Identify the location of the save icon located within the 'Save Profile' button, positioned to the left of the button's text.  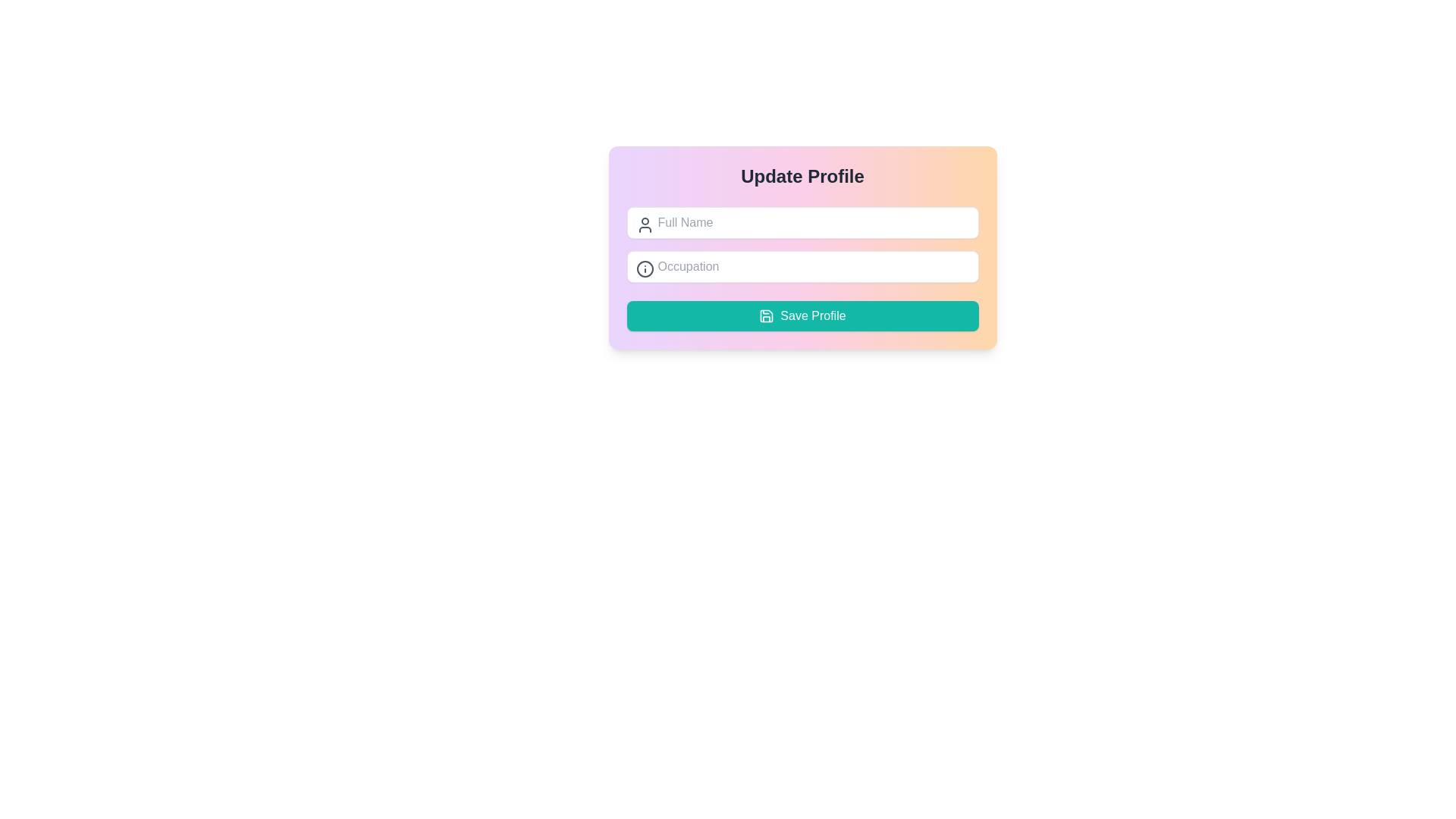
(767, 315).